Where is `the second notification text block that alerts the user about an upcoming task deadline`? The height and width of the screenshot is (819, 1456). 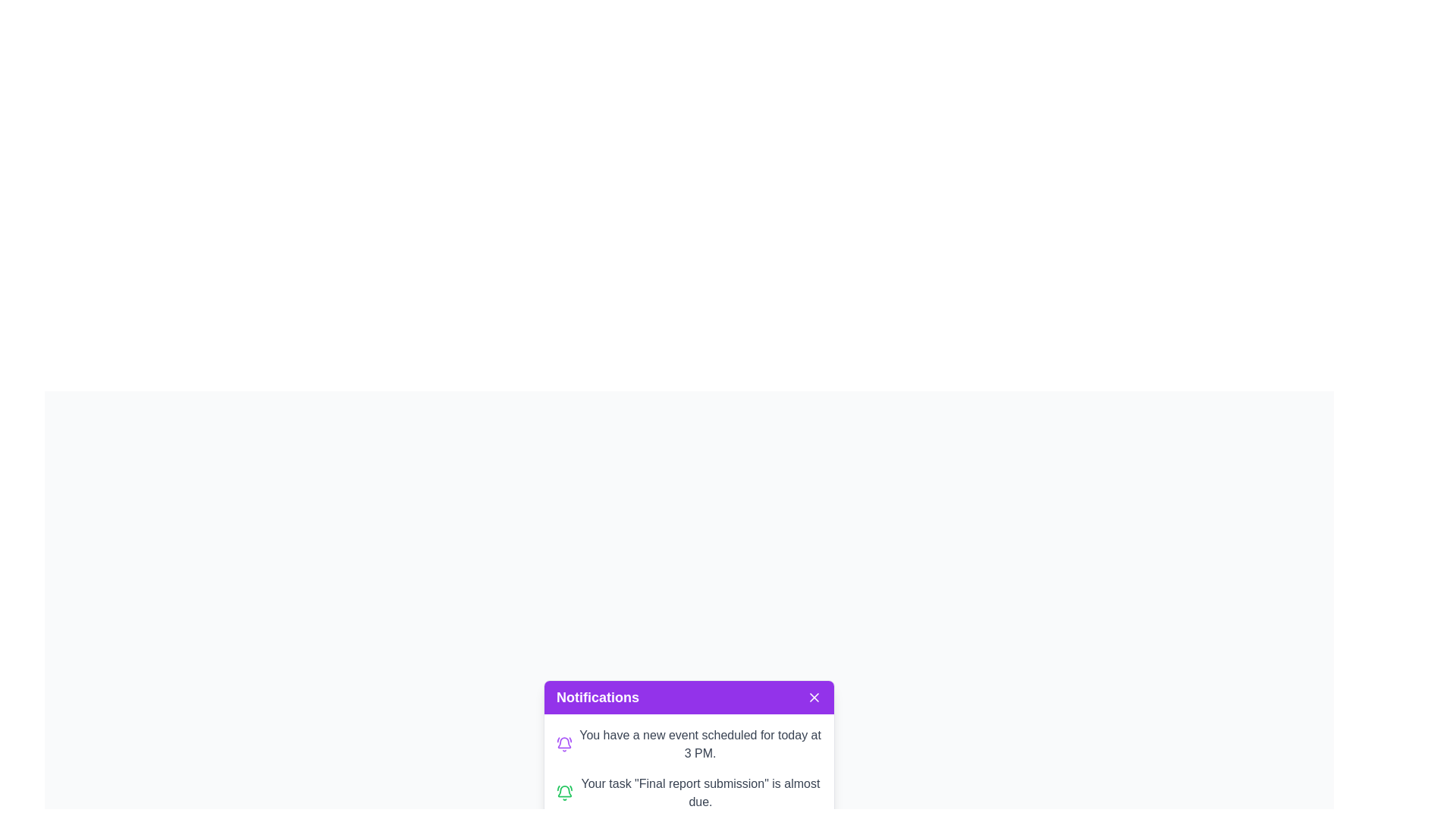 the second notification text block that alerts the user about an upcoming task deadline is located at coordinates (699, 792).